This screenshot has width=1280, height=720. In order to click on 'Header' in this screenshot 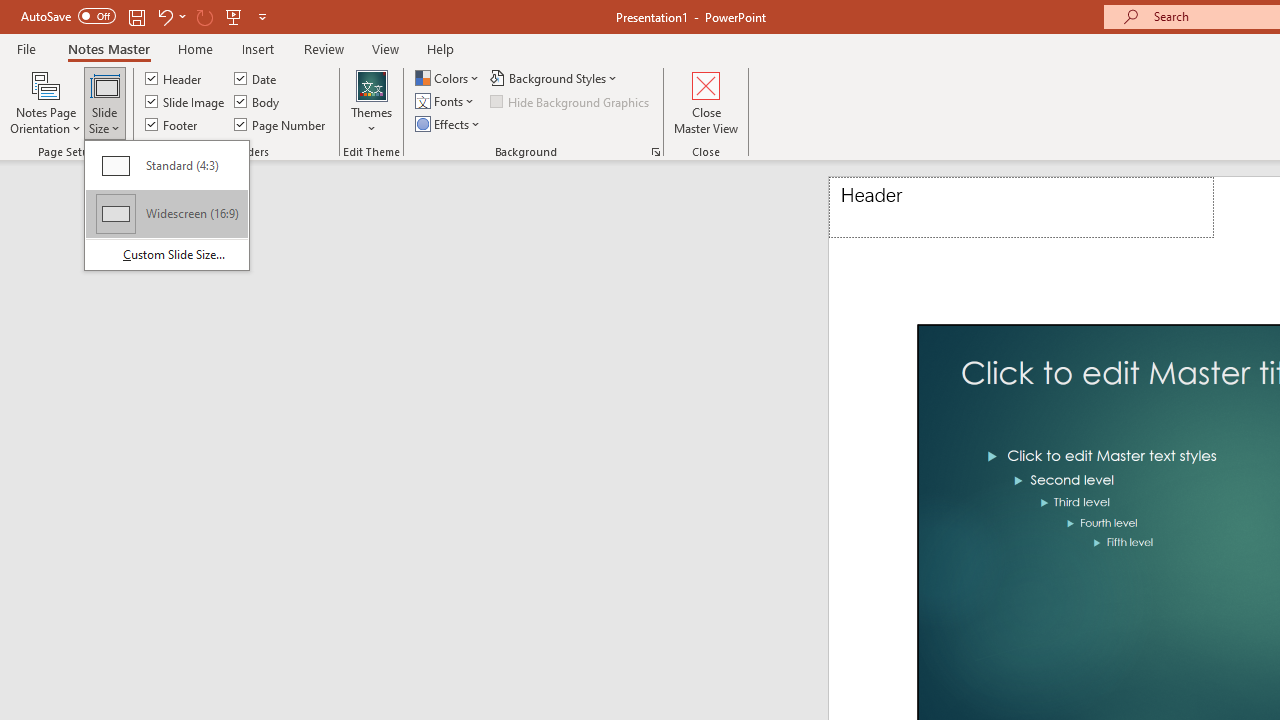, I will do `click(1021, 207)`.